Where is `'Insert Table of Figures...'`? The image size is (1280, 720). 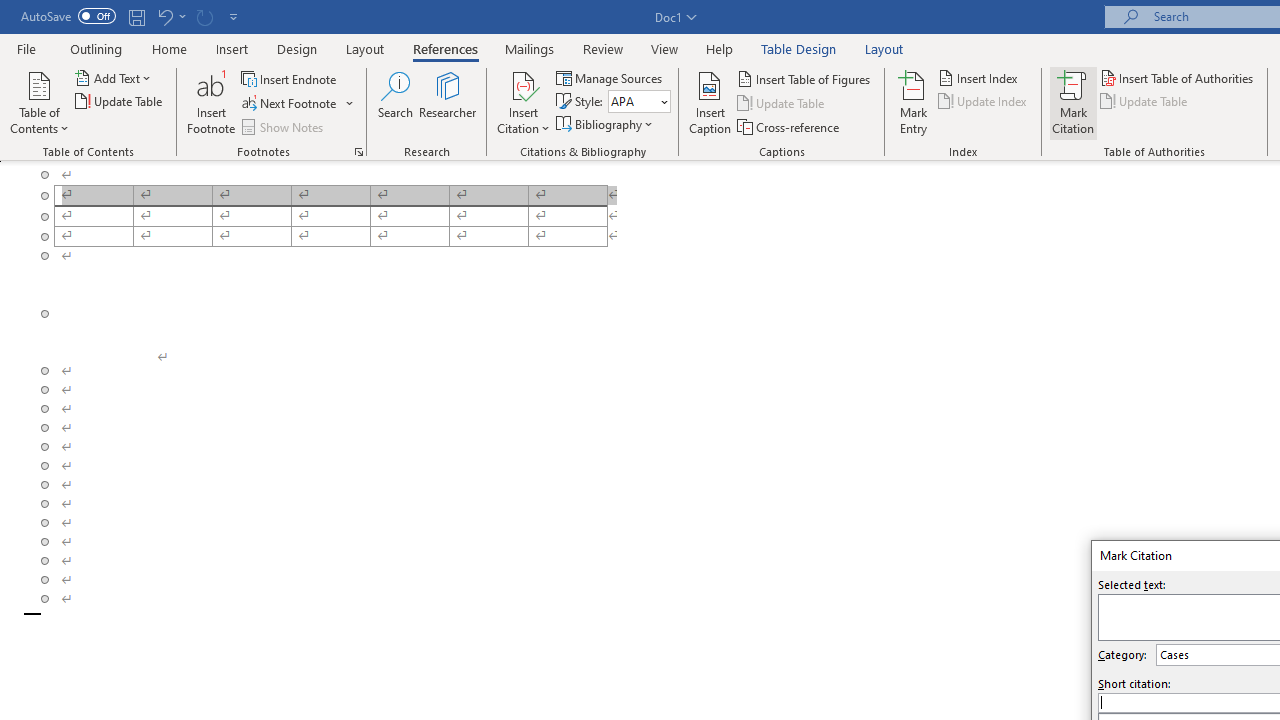 'Insert Table of Figures...' is located at coordinates (805, 78).